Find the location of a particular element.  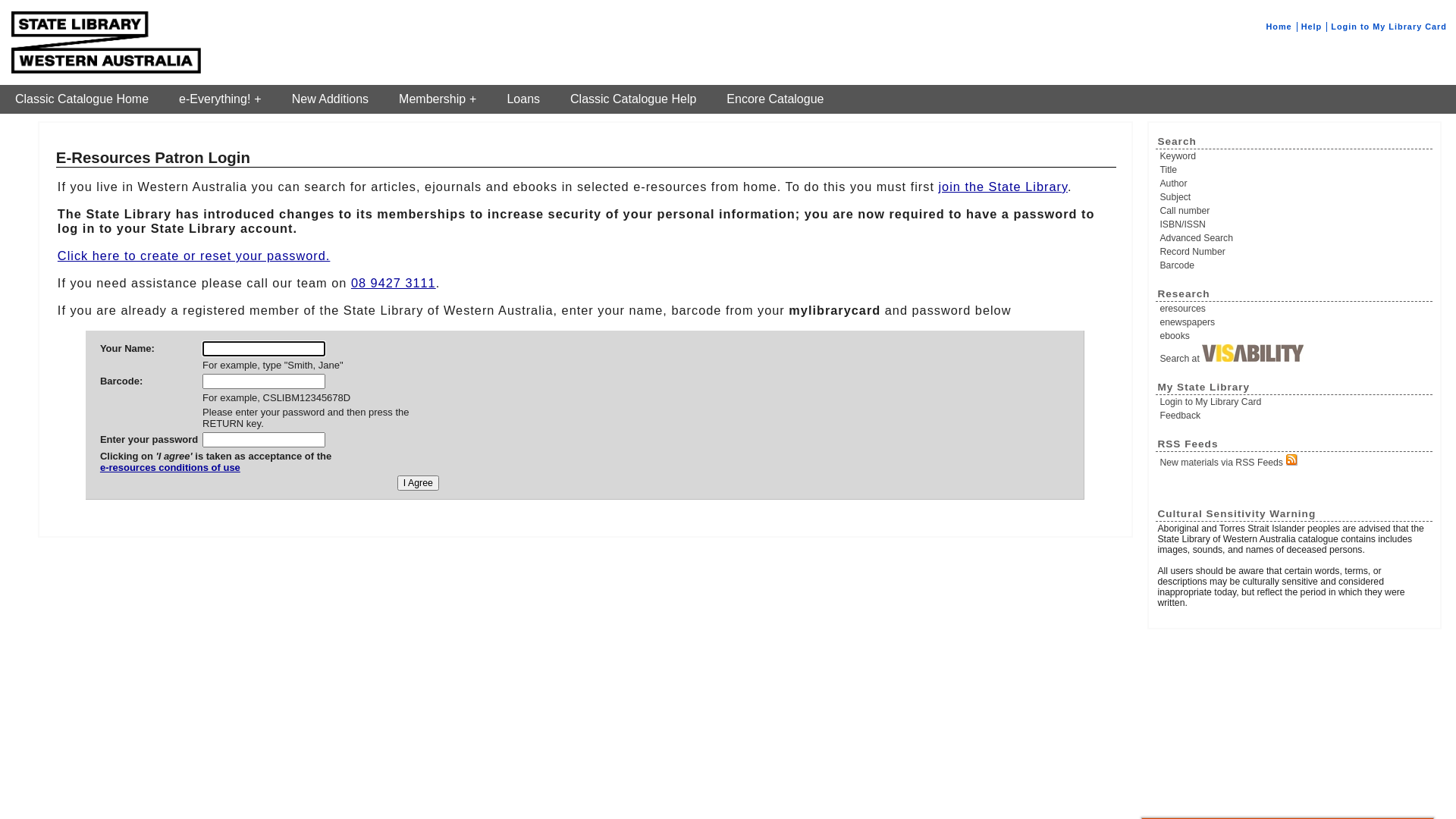

'join the State Library' is located at coordinates (937, 186).